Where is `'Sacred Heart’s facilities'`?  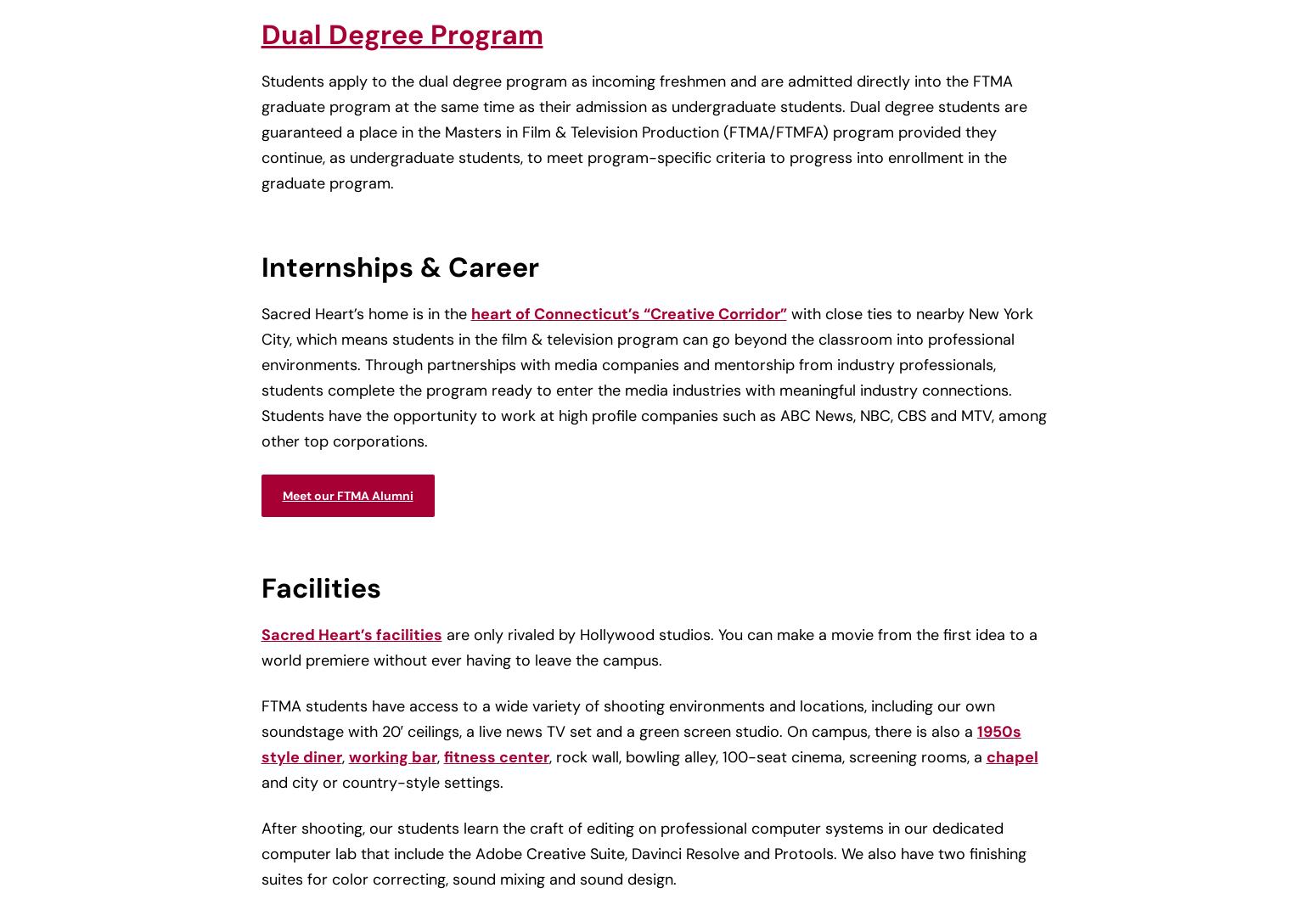 'Sacred Heart’s facilities' is located at coordinates (351, 632).